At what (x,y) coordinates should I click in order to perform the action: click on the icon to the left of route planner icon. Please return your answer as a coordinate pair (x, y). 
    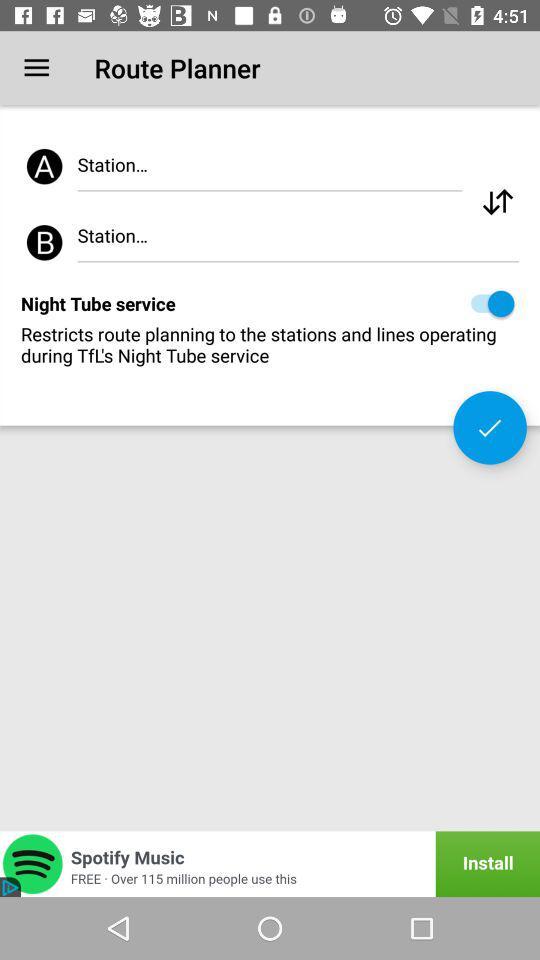
    Looking at the image, I should click on (36, 68).